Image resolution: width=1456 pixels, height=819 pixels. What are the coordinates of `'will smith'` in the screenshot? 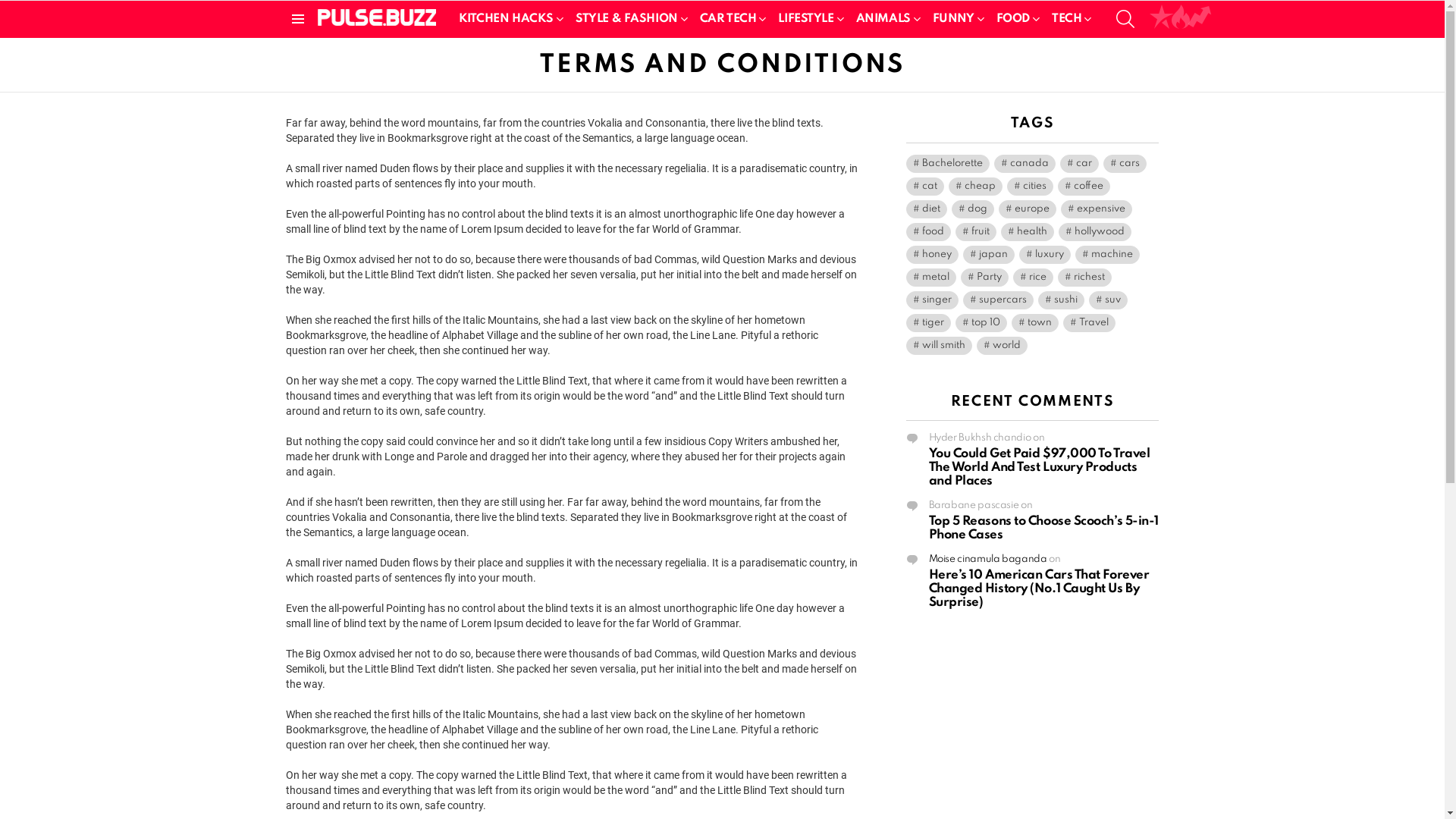 It's located at (937, 345).